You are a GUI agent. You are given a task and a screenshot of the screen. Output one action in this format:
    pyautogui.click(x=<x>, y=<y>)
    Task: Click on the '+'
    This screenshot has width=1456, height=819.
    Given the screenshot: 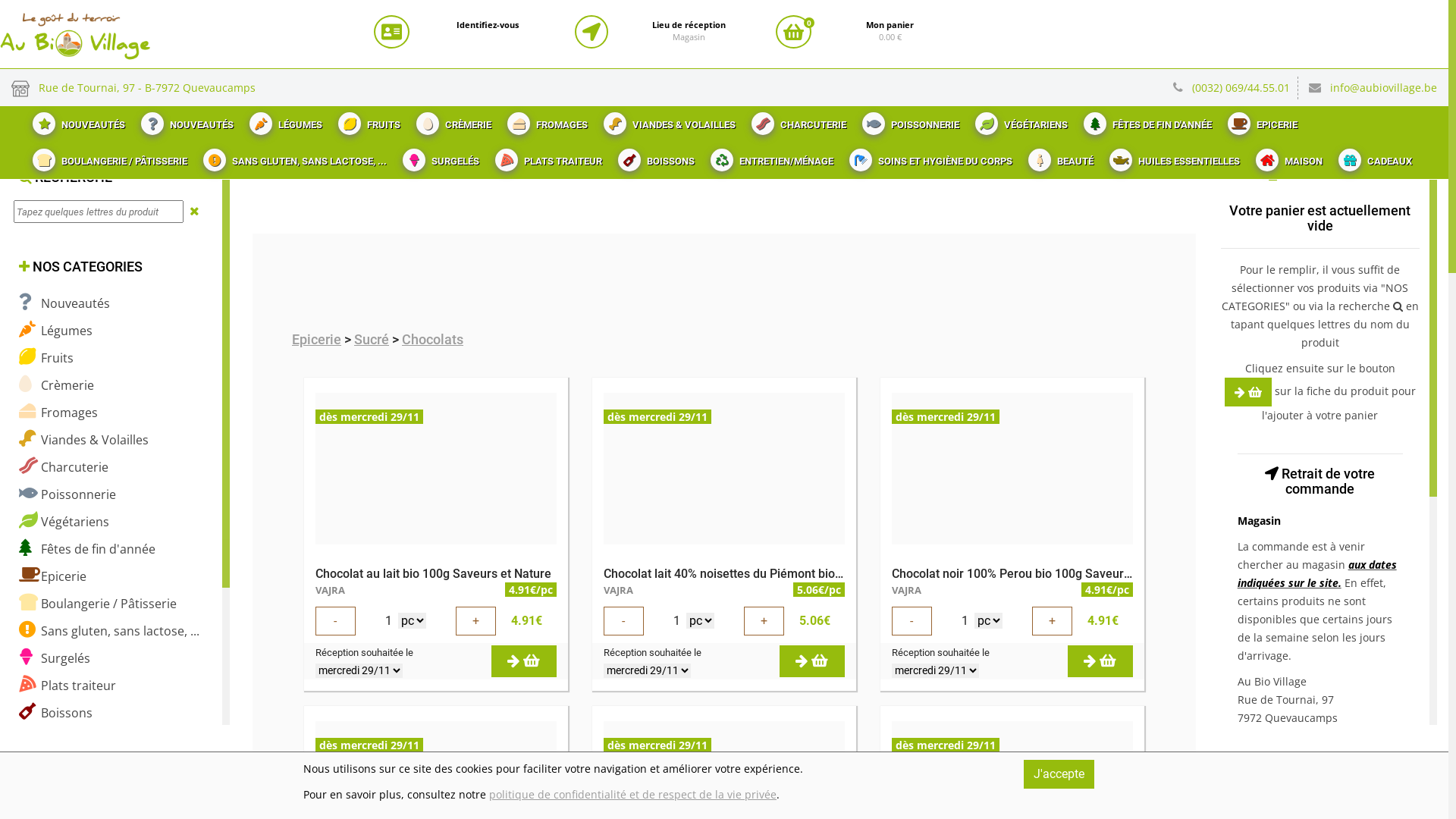 What is the action you would take?
    pyautogui.click(x=1051, y=620)
    